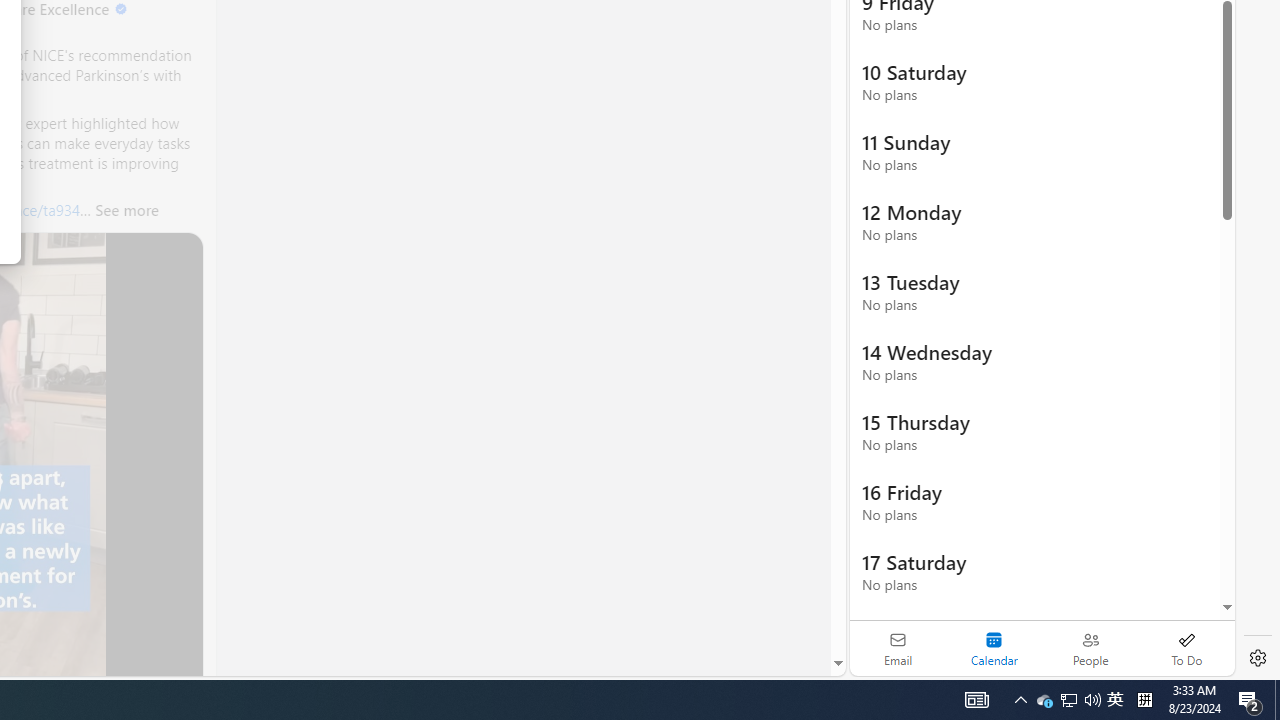  I want to click on 'To Do', so click(1186, 648).